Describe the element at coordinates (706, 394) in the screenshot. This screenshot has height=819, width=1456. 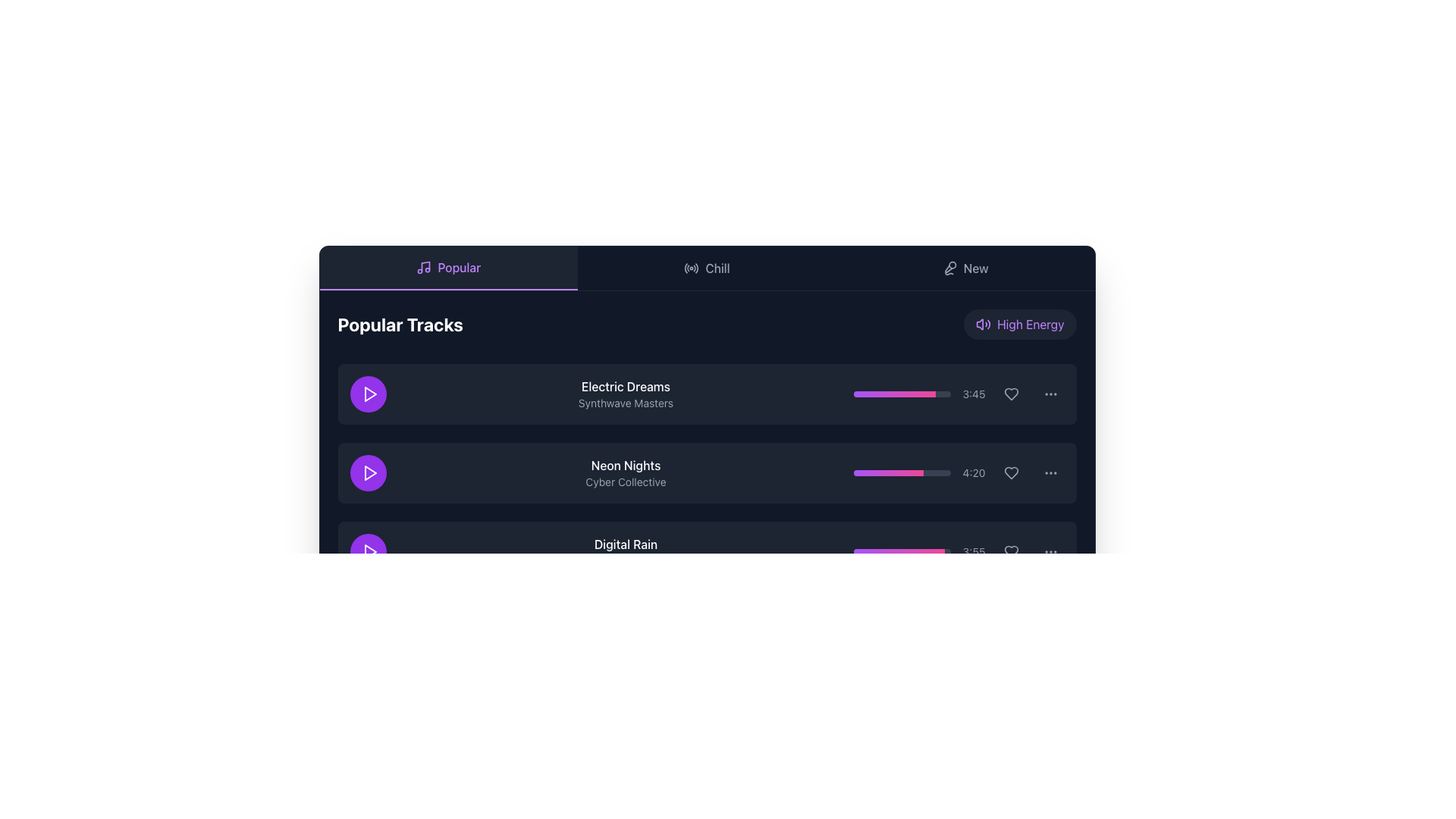
I see `the first music track item in the 'Popular Tracks' section` at that location.